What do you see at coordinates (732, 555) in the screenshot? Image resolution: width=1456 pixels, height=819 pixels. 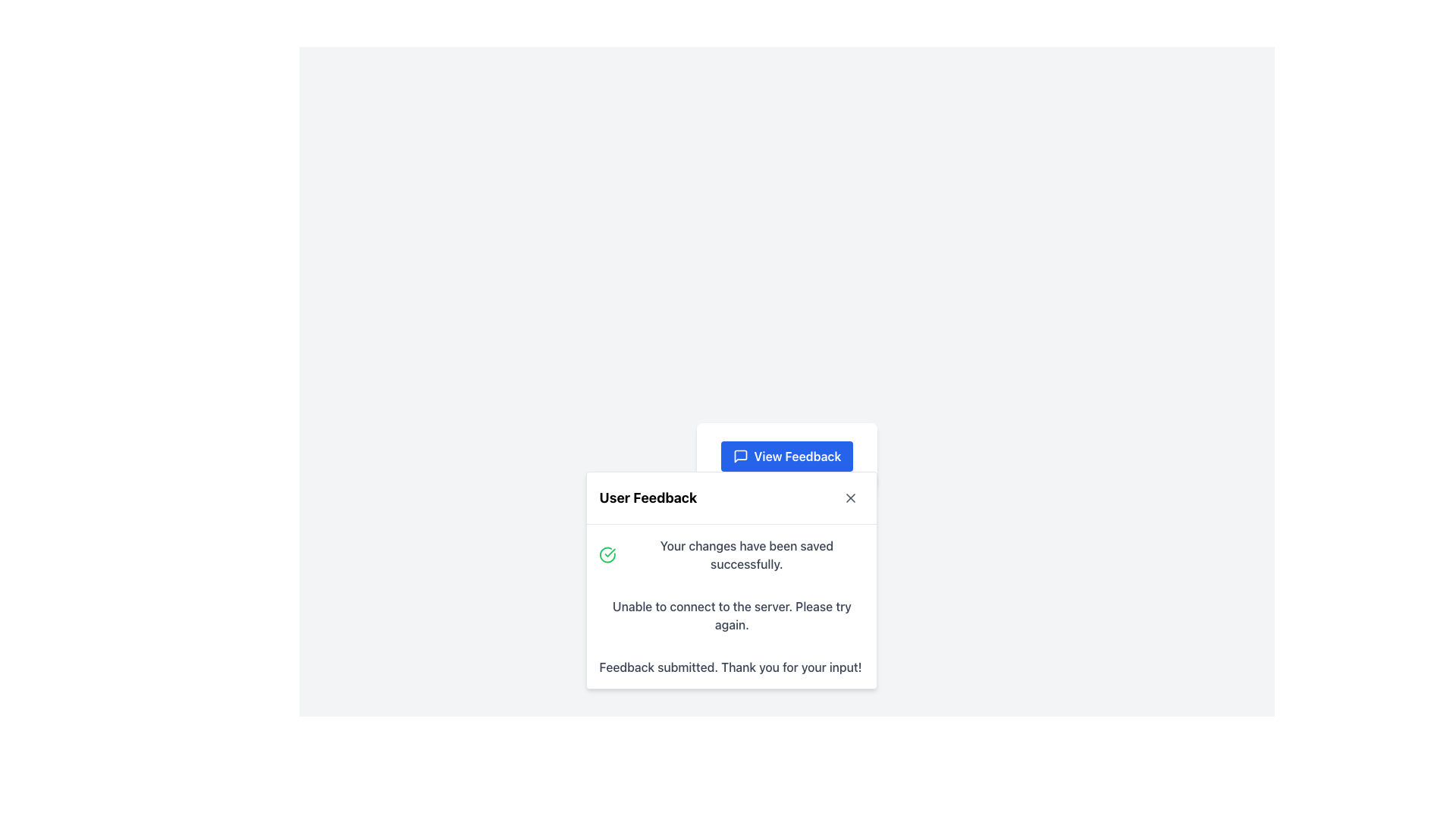 I see `feedback notification message located in the modal box titled 'User Feedback', which is the first notification above the other messages` at bounding box center [732, 555].